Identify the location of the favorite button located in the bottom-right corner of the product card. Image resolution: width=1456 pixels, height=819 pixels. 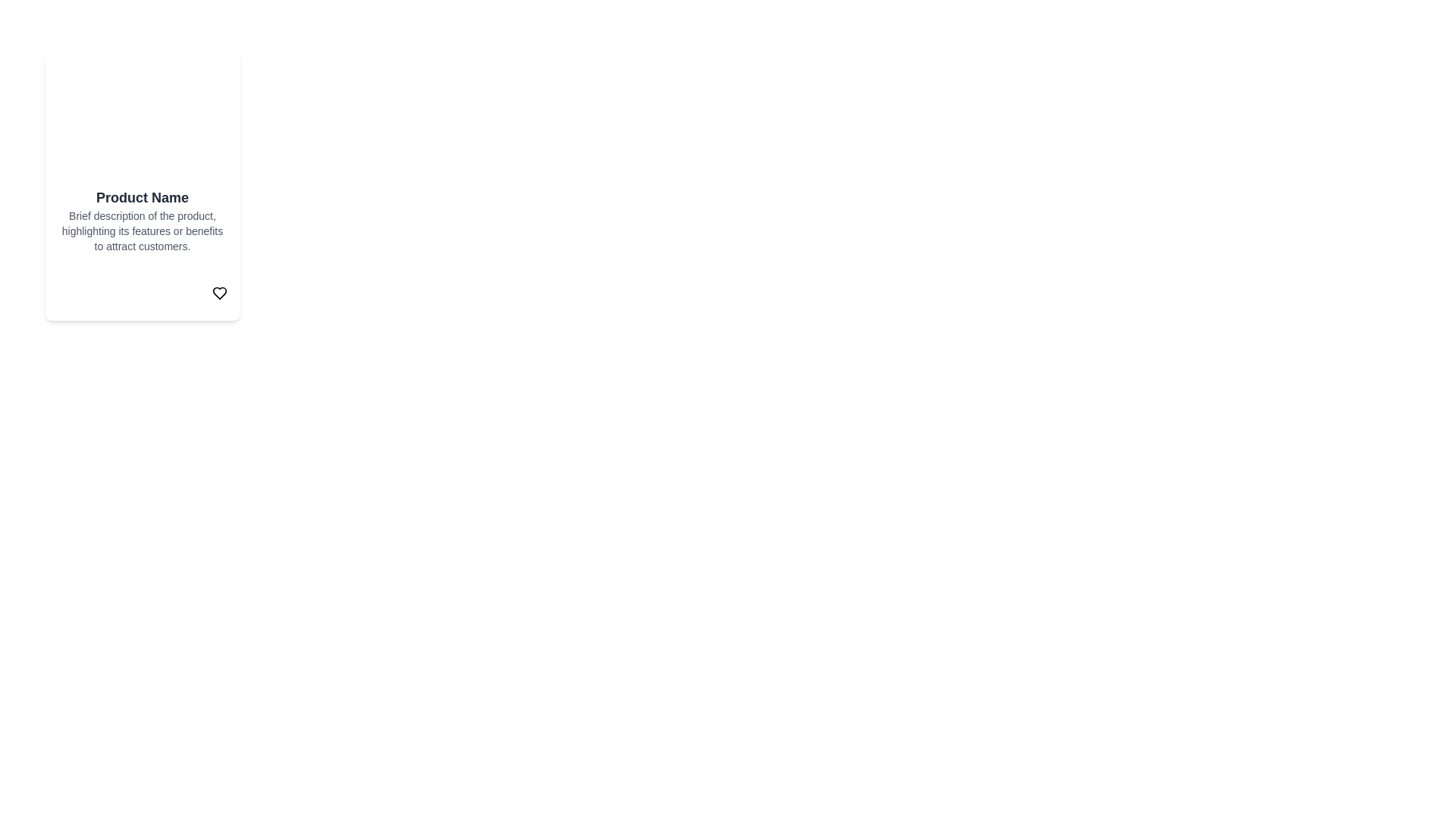
(218, 293).